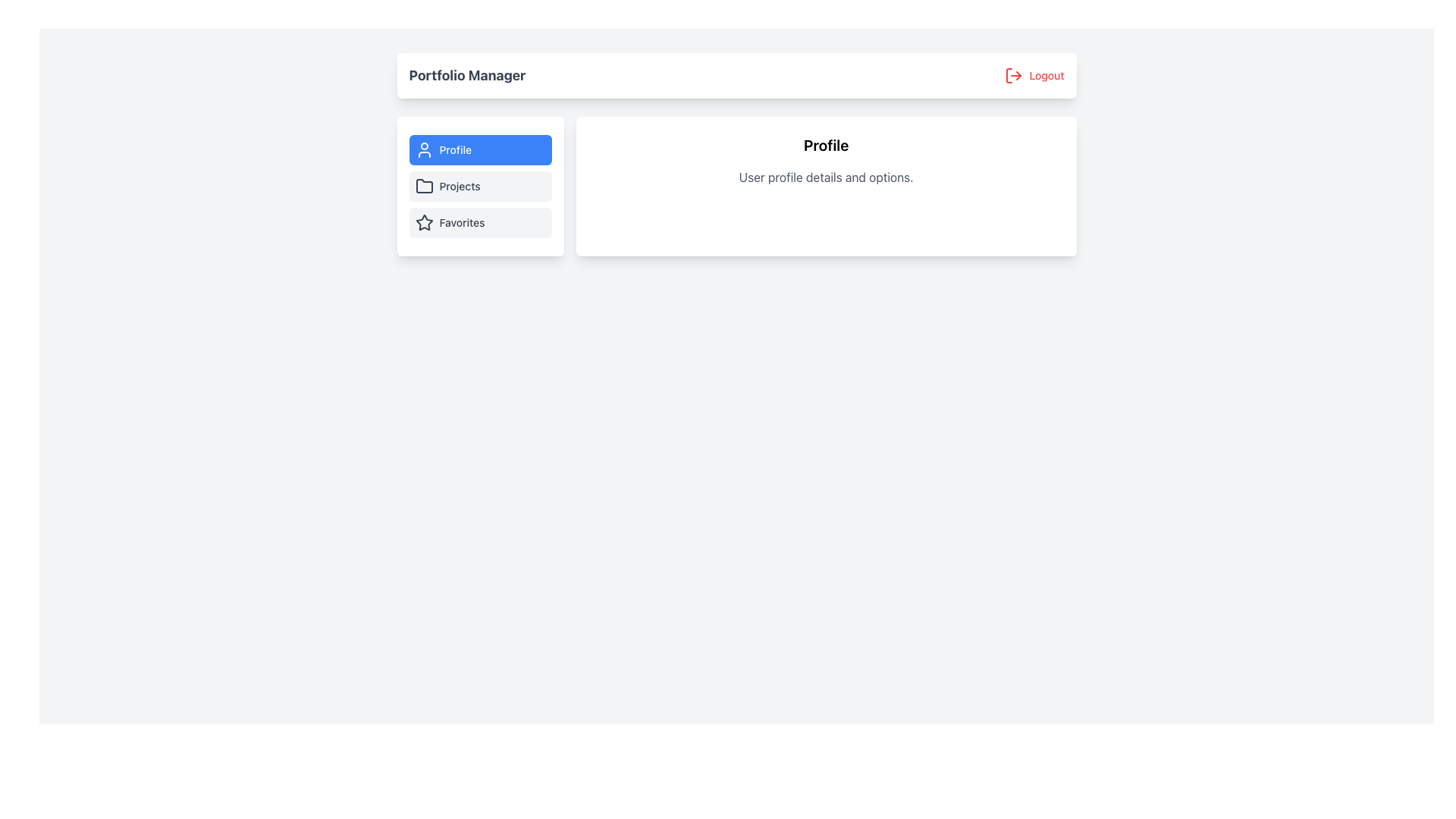 The width and height of the screenshot is (1456, 819). What do you see at coordinates (1034, 76) in the screenshot?
I see `the logout button located to the right of 'Portfolio Manager' in the white header bar` at bounding box center [1034, 76].